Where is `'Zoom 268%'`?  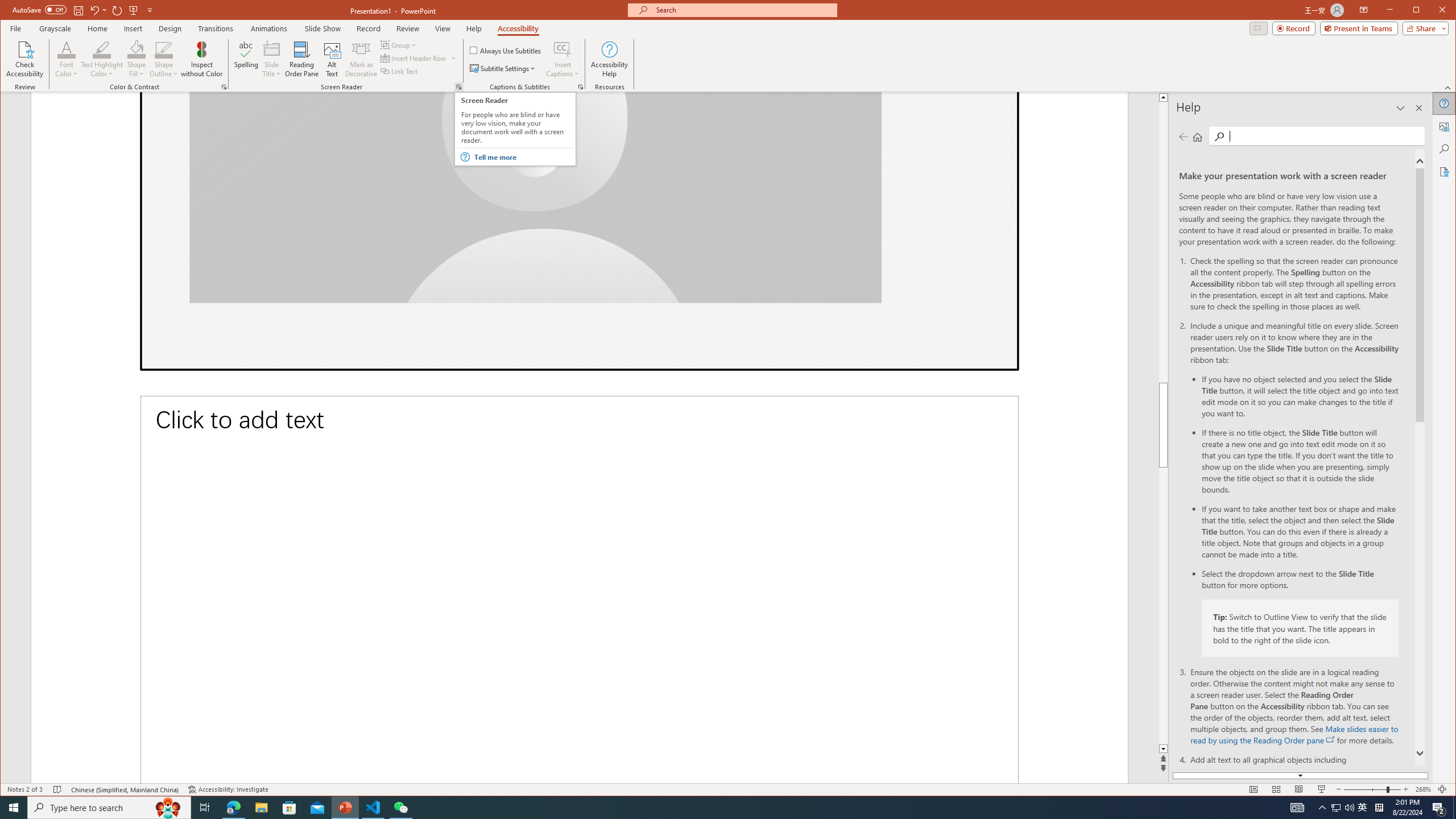
'Zoom 268%' is located at coordinates (1423, 789).